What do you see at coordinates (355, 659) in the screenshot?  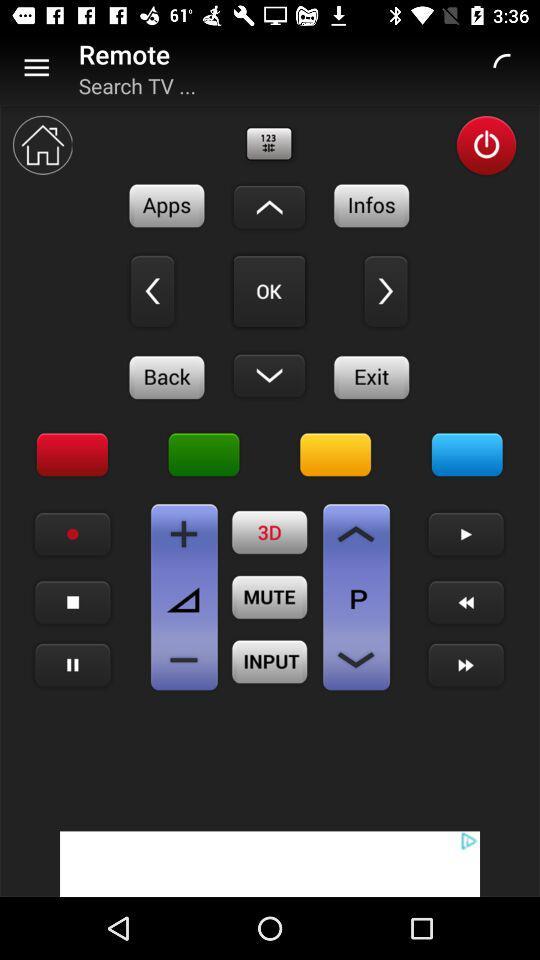 I see `the expand_more icon` at bounding box center [355, 659].